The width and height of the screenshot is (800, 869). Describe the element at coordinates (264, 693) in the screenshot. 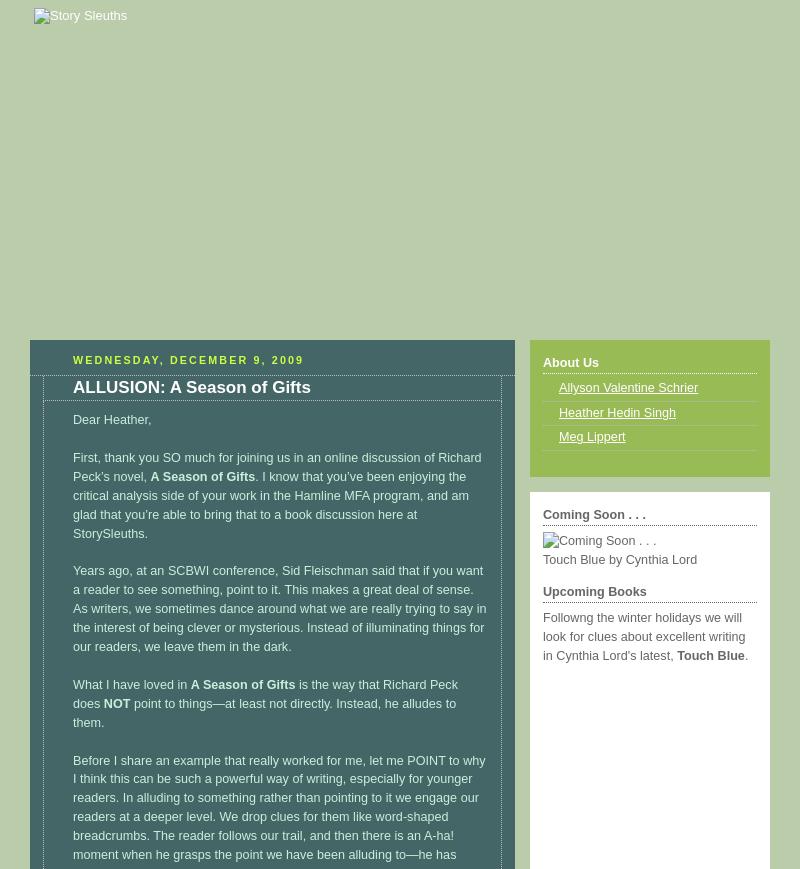

I see `'is the way that Richard Peck does'` at that location.